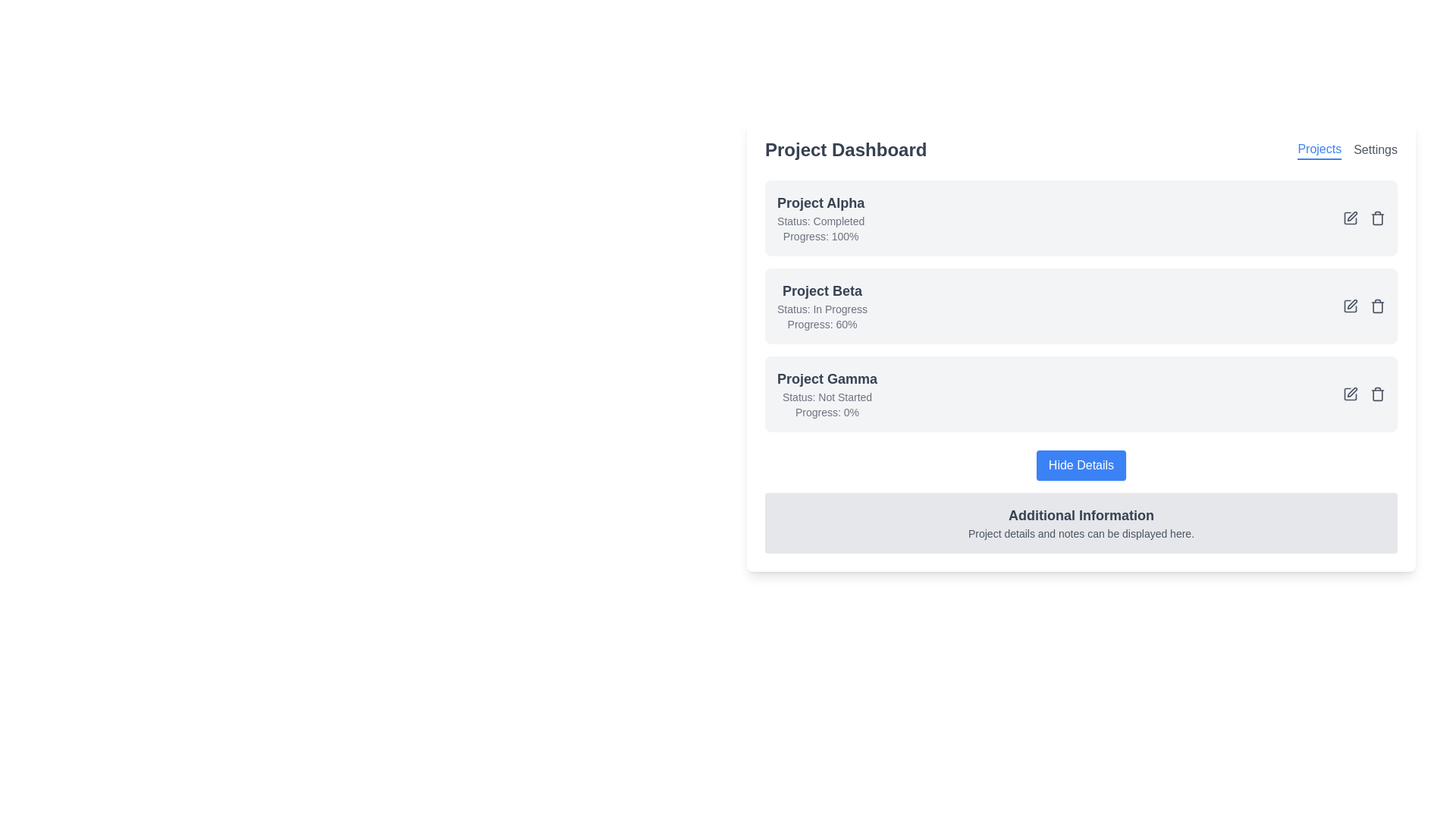 This screenshot has height=819, width=1456. What do you see at coordinates (1378, 394) in the screenshot?
I see `the minimalist line-art styled trash icon located on the far-right side of the 'Project Gamma' section in the project list` at bounding box center [1378, 394].